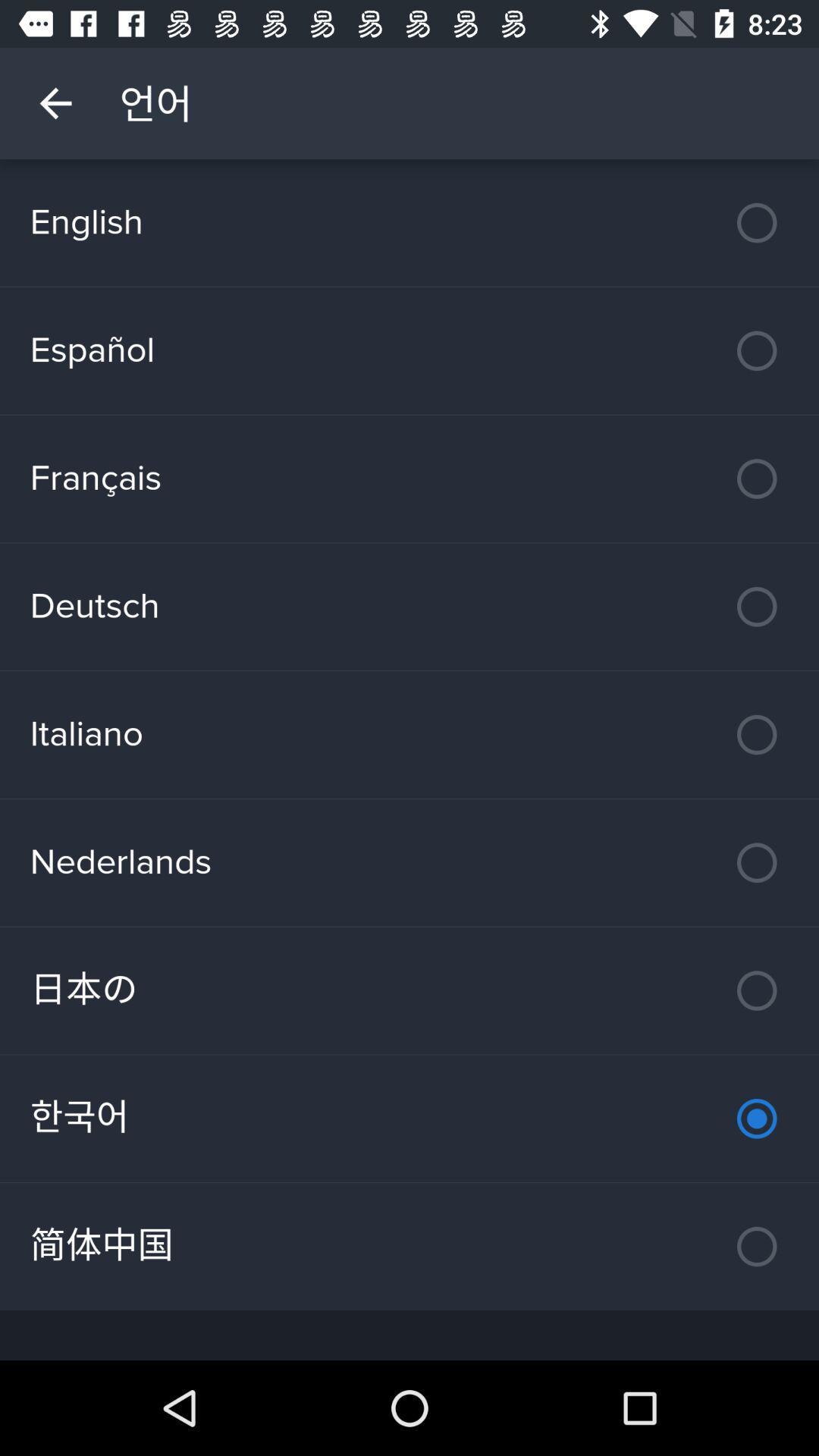 The width and height of the screenshot is (819, 1456). Describe the element at coordinates (409, 221) in the screenshot. I see `the english` at that location.